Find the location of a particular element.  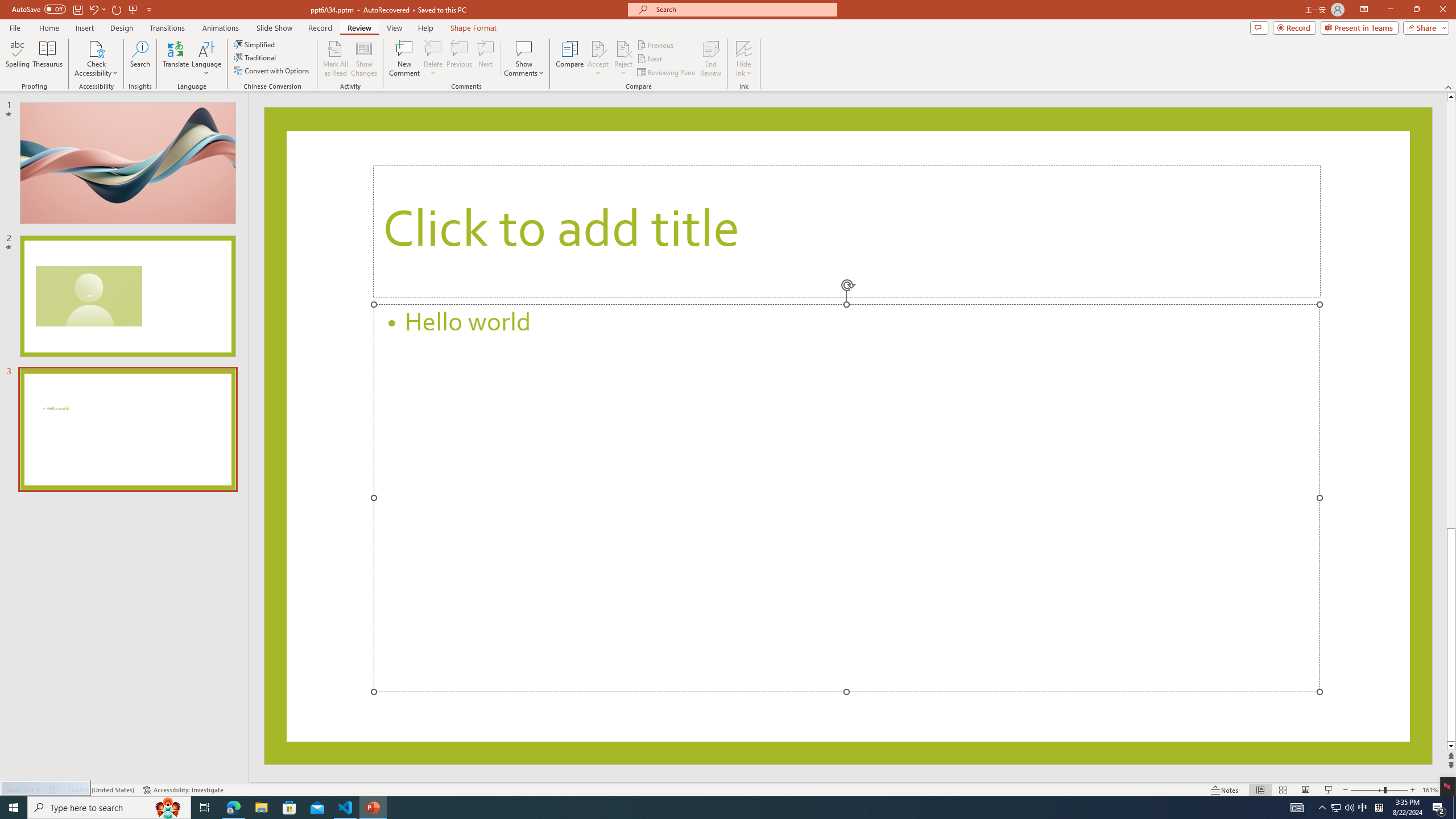

'Translate' is located at coordinates (176, 59).